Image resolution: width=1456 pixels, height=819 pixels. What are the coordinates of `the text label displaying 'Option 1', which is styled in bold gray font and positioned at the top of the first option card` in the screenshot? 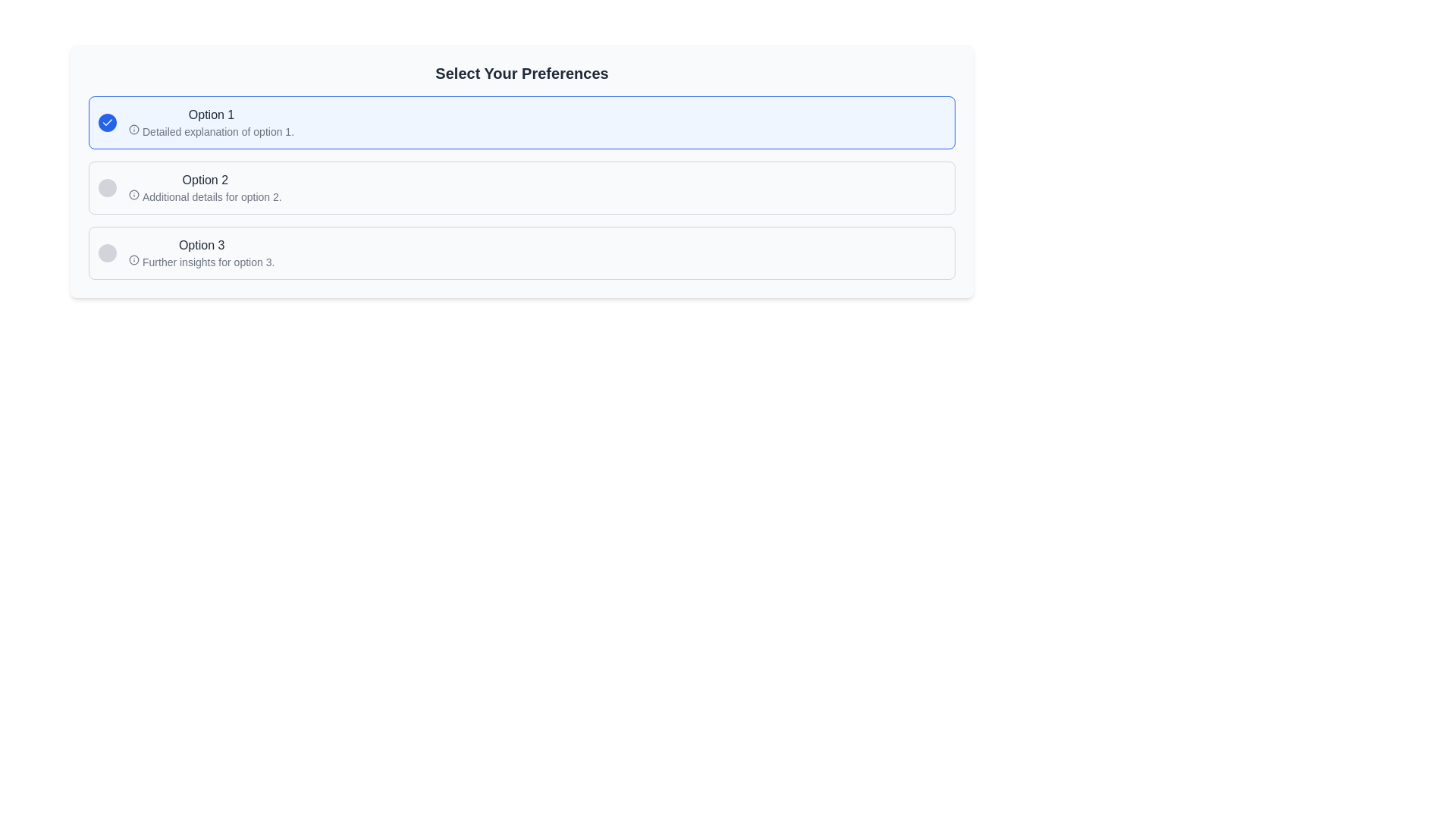 It's located at (210, 114).